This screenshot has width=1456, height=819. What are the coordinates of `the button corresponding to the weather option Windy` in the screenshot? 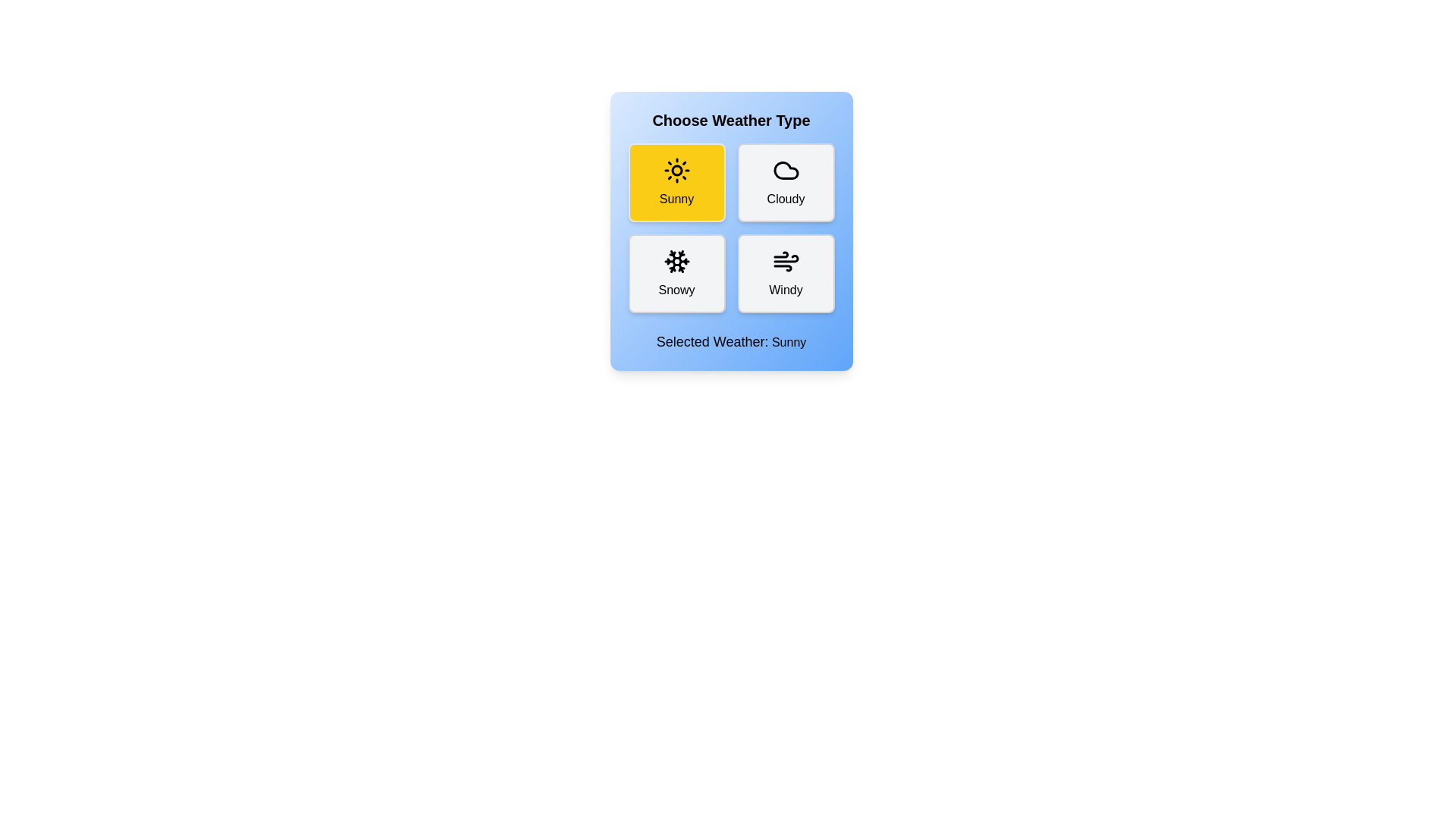 It's located at (786, 274).